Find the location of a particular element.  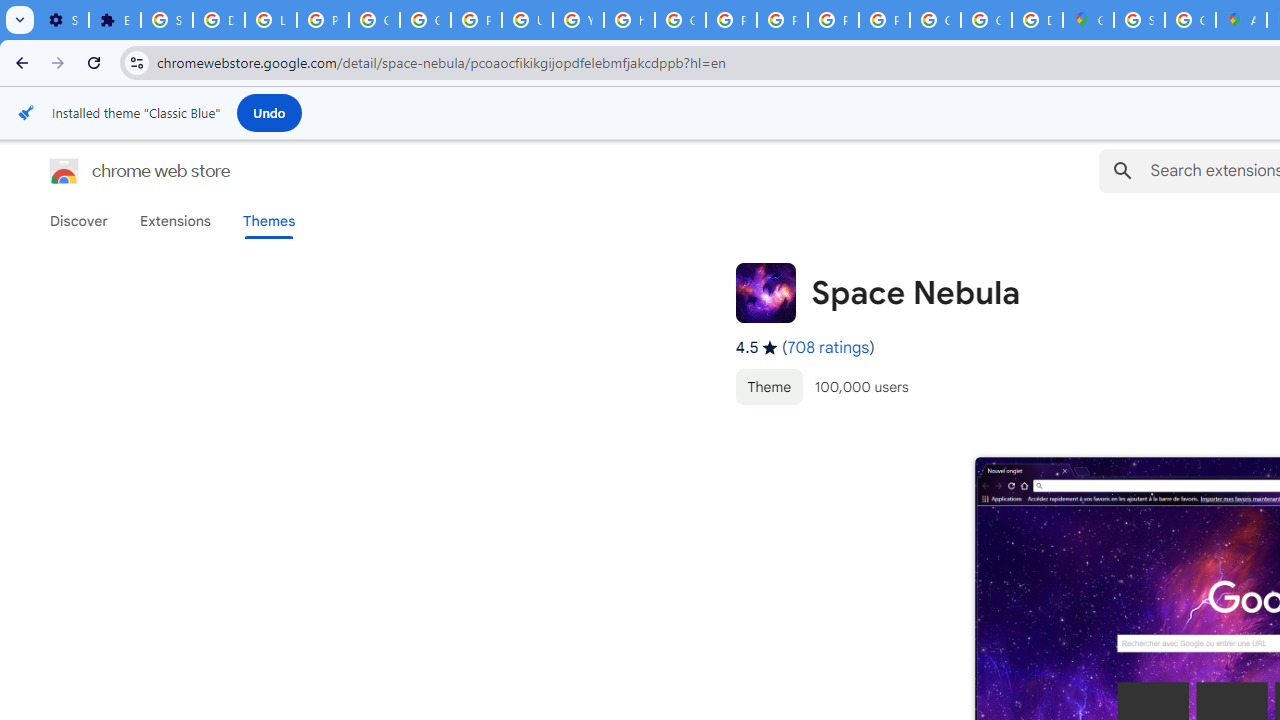

'Sign in - Google Accounts' is located at coordinates (1139, 20).